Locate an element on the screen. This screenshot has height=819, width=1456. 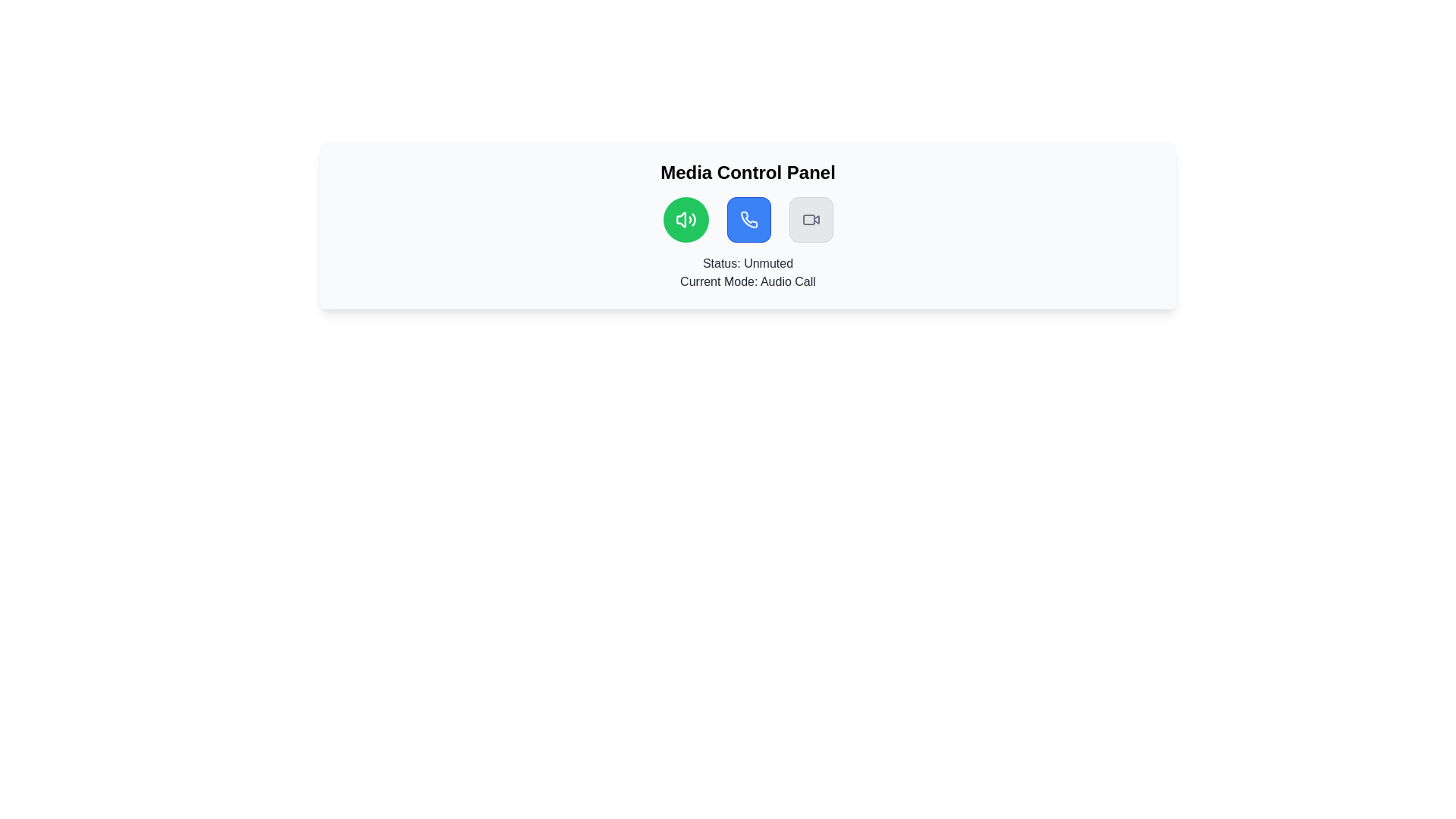
the phone icon within the middle blue button in the row of three buttons, located below the 'Media Control Panel' label is located at coordinates (748, 219).